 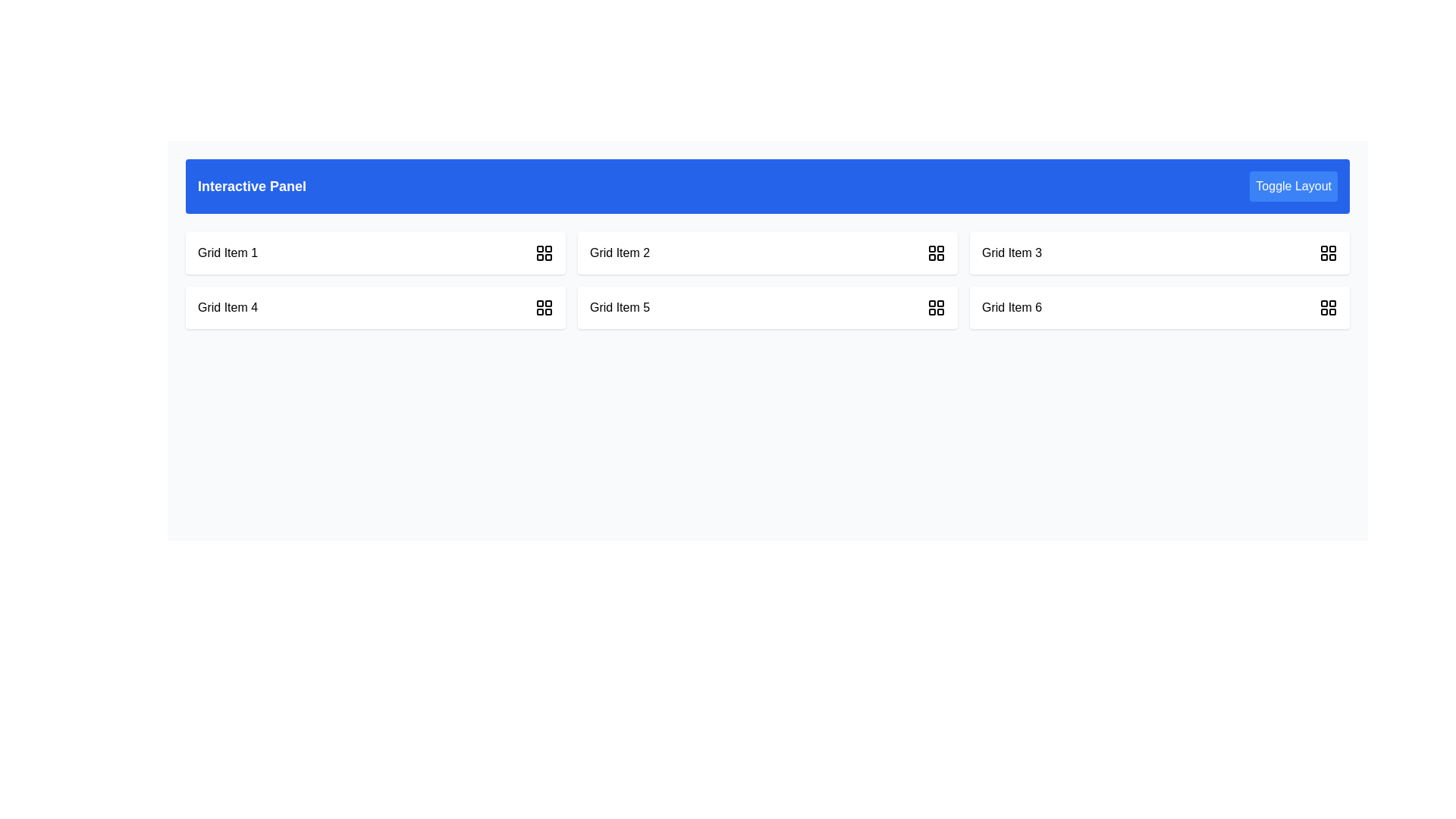 What do you see at coordinates (935, 307) in the screenshot?
I see `the grid icon with four square blocks arranged in a 2x2 pattern, located next to the text 'Grid Item 5'` at bounding box center [935, 307].